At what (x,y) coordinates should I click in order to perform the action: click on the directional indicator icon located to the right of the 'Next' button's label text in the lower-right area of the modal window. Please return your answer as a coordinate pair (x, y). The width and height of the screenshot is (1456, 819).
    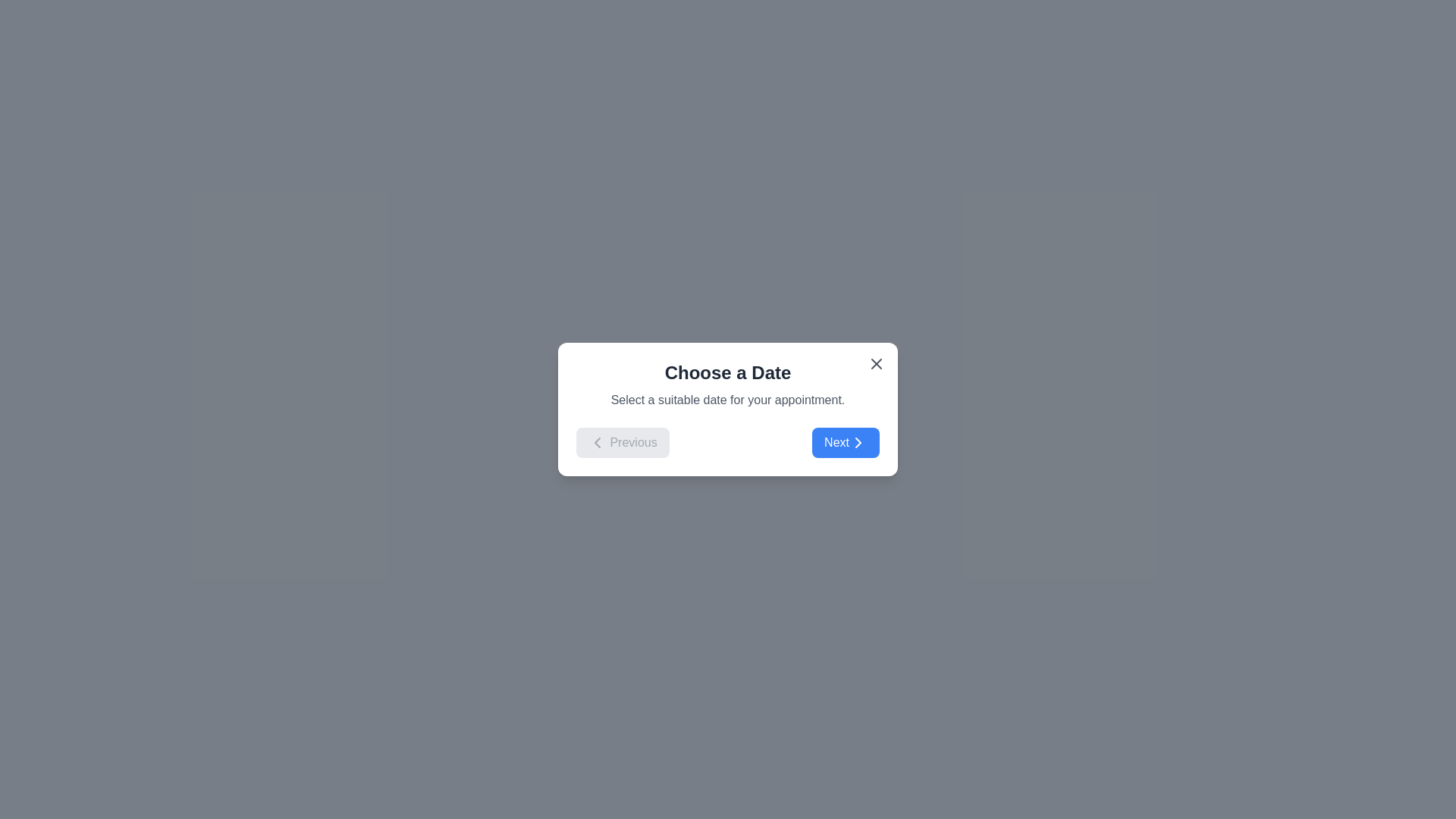
    Looking at the image, I should click on (858, 442).